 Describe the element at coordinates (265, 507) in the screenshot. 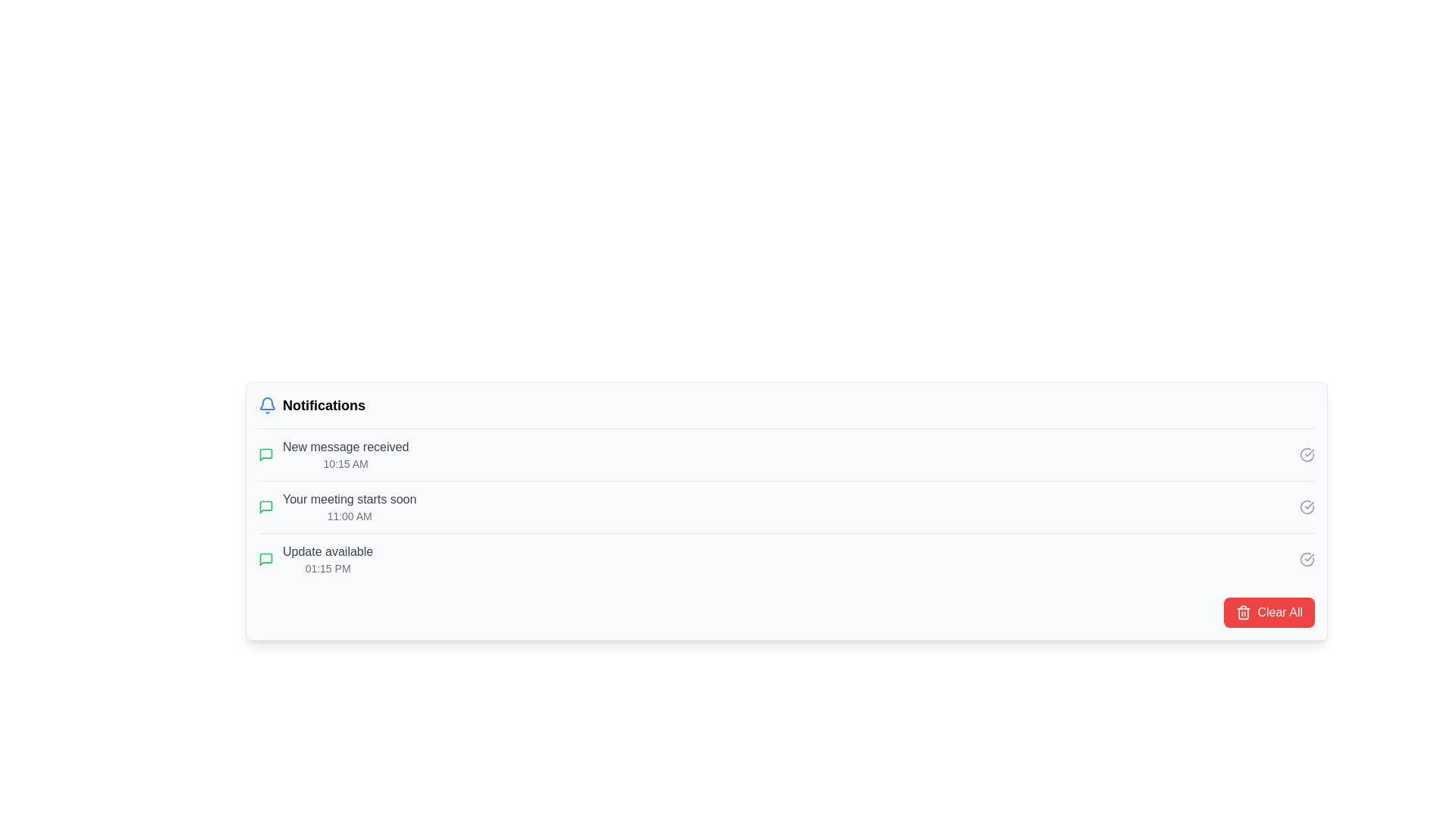

I see `the small square icon featuring a green speech bubble graphic, which is part of the notification interface next to the text 'Your meeting starts soon.'` at that location.